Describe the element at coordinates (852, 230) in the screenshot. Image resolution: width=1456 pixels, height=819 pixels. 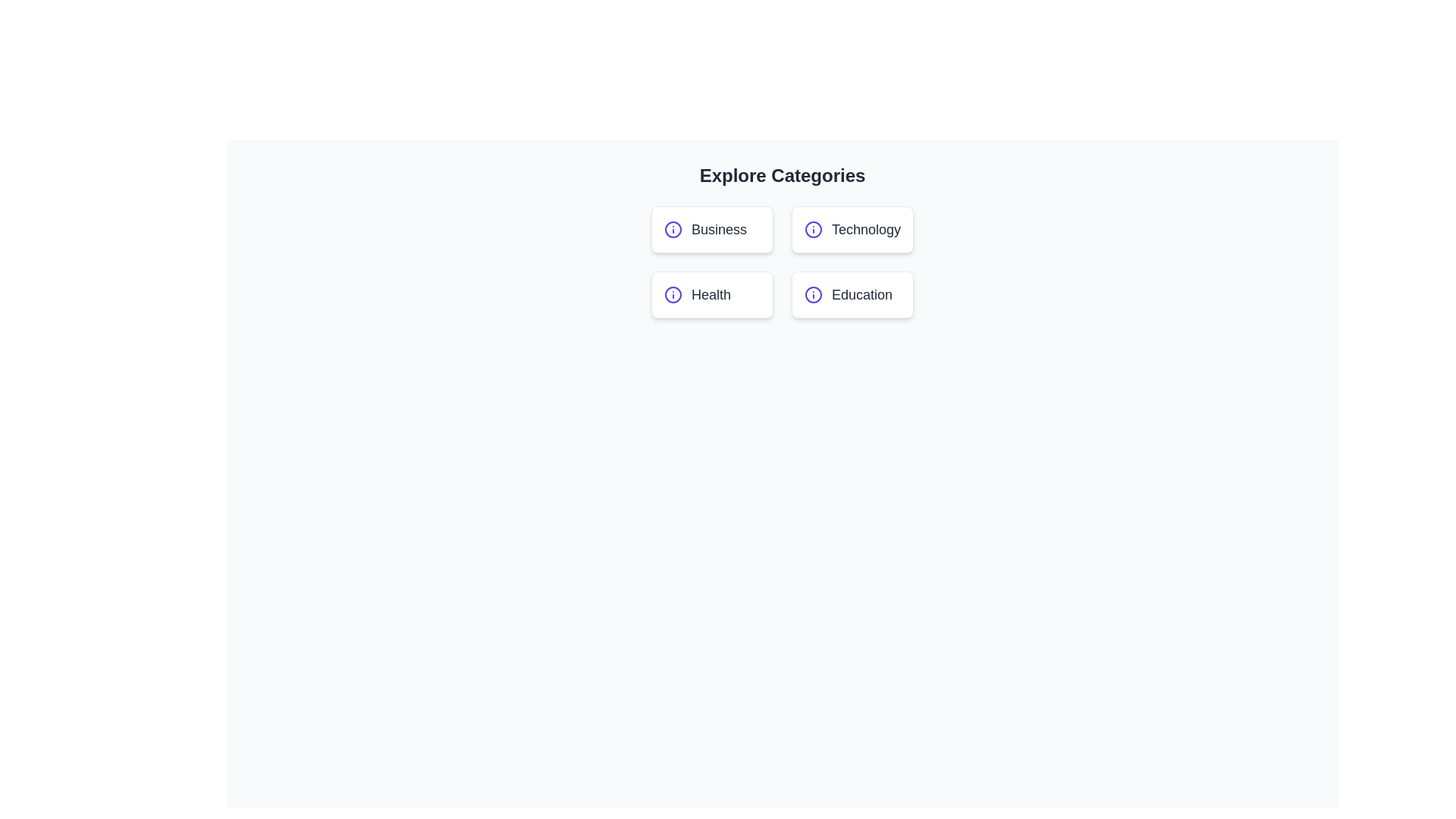
I see `the center of the 'Technology' category card, which is the second card in the top row of the Explore Categories section` at that location.